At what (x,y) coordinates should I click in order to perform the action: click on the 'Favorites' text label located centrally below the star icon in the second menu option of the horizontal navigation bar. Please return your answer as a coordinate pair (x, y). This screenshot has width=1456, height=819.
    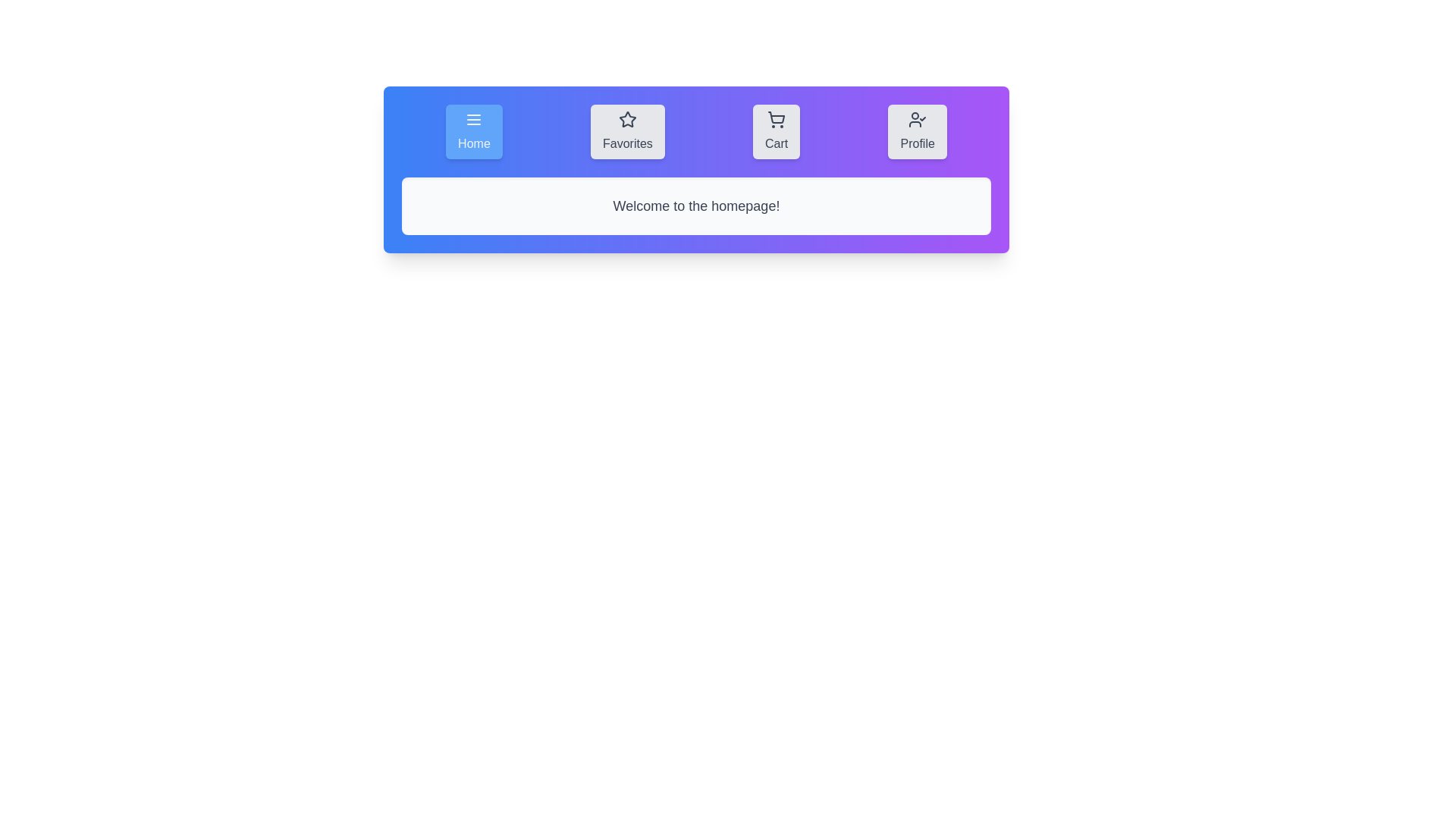
    Looking at the image, I should click on (627, 143).